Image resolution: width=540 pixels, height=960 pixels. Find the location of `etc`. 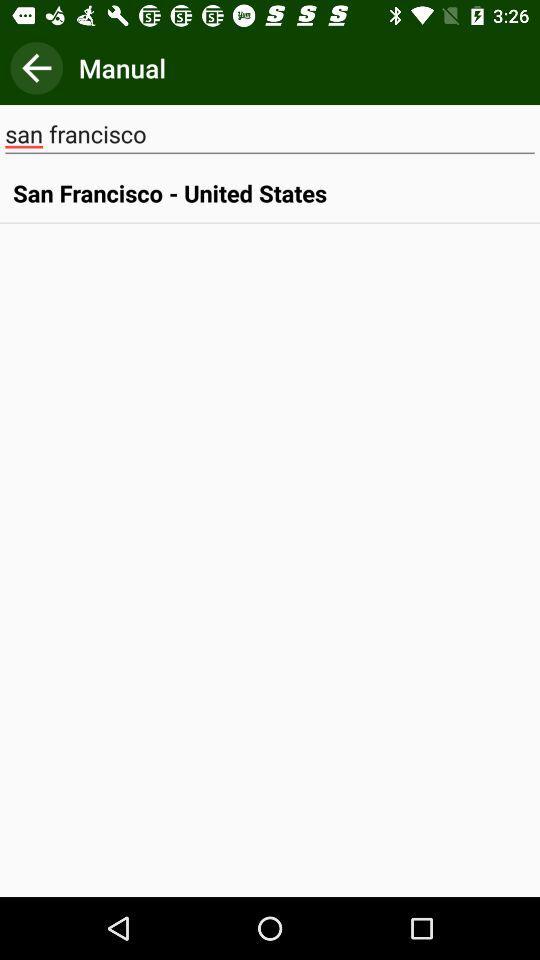

etc is located at coordinates (36, 68).